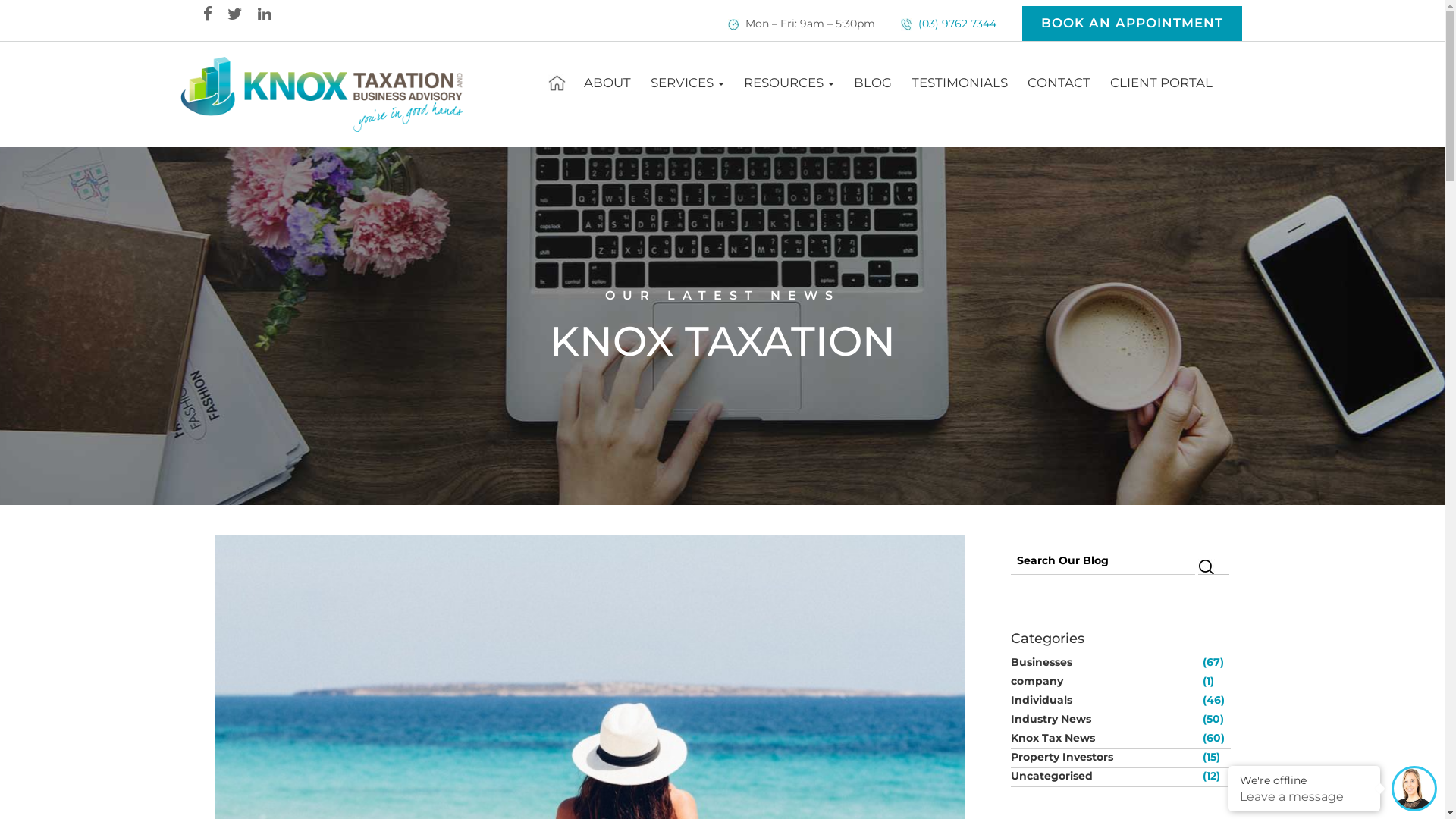 Image resolution: width=1456 pixels, height=819 pixels. I want to click on 'Property Investors', so click(1104, 757).